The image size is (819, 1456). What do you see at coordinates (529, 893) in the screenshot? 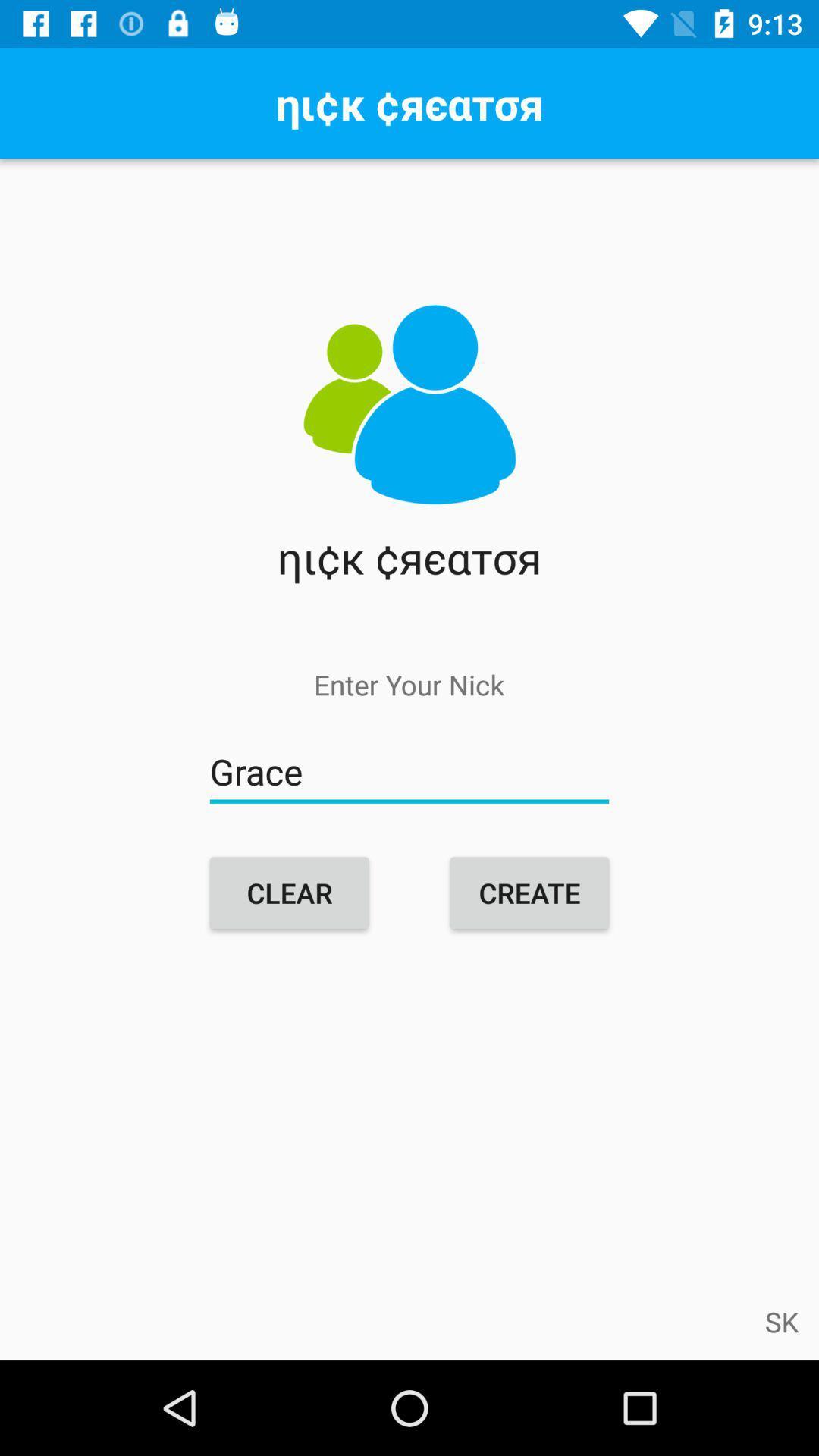
I see `the item to the right of the clear icon` at bounding box center [529, 893].